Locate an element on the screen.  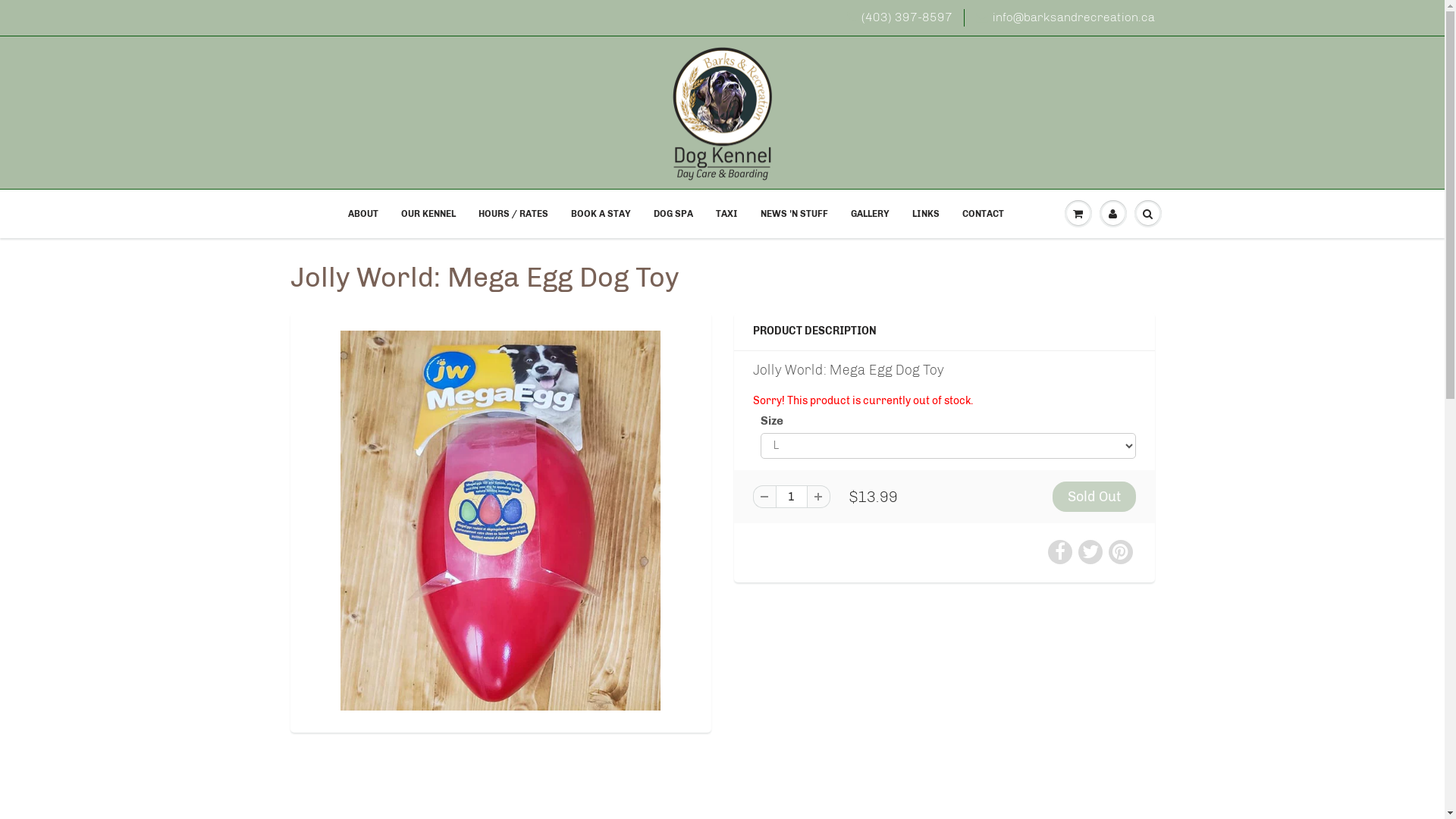
'OUR KENNEL' is located at coordinates (428, 213).